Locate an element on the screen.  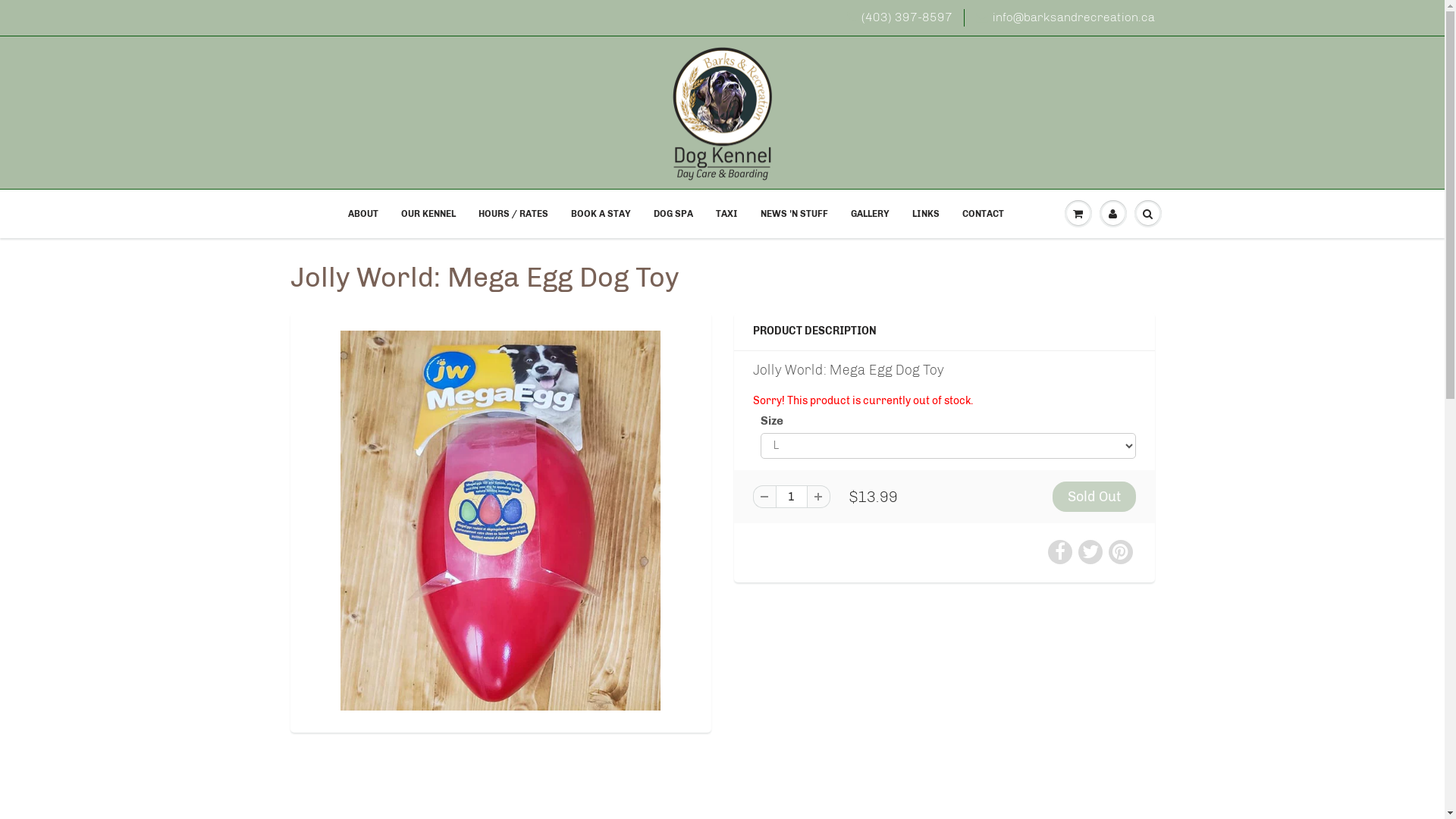
'OUR KENNEL' is located at coordinates (428, 213).